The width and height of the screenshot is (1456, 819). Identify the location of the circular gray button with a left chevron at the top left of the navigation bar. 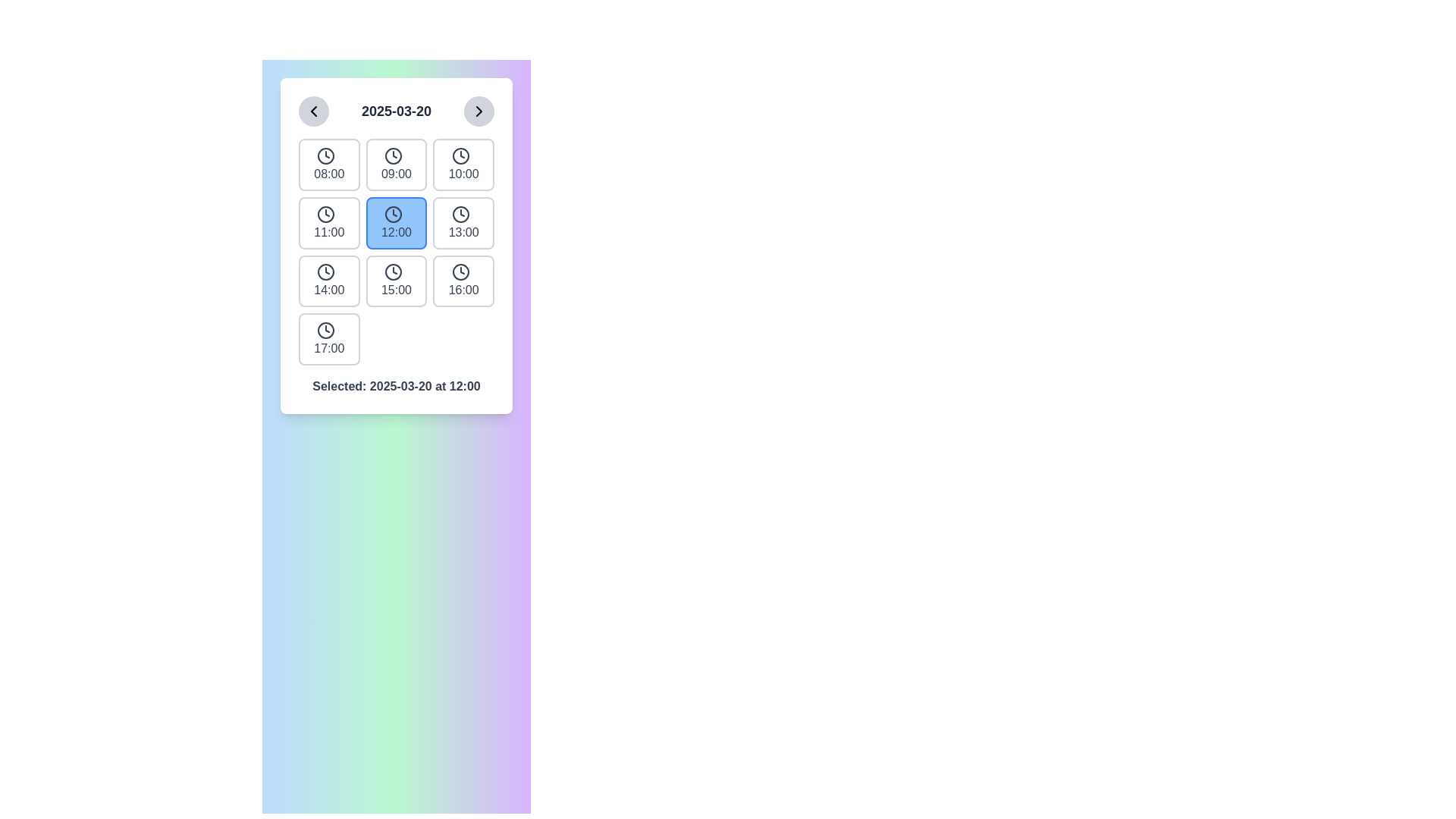
(312, 110).